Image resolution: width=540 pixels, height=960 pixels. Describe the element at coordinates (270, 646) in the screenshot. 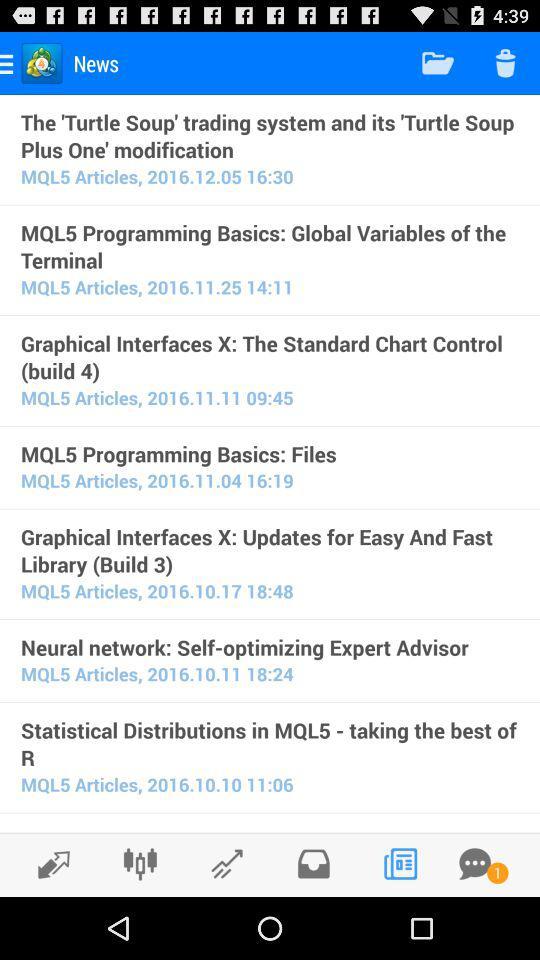

I see `the item below the mql5 articles 2016 icon` at that location.